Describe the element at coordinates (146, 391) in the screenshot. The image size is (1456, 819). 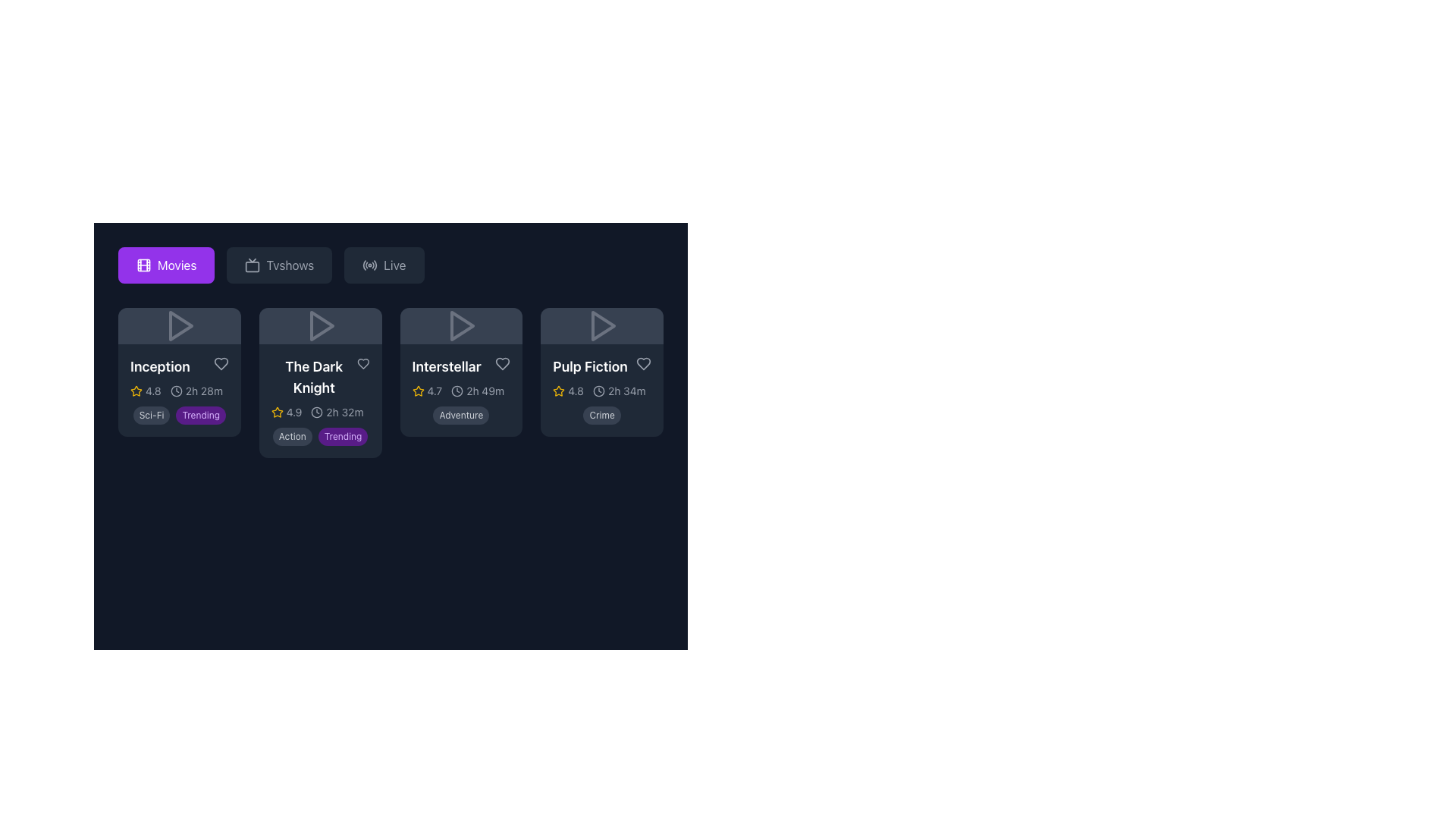
I see `the Rating display for the movie 'Inception', which is located on the leftmost side of its group within the card` at that location.